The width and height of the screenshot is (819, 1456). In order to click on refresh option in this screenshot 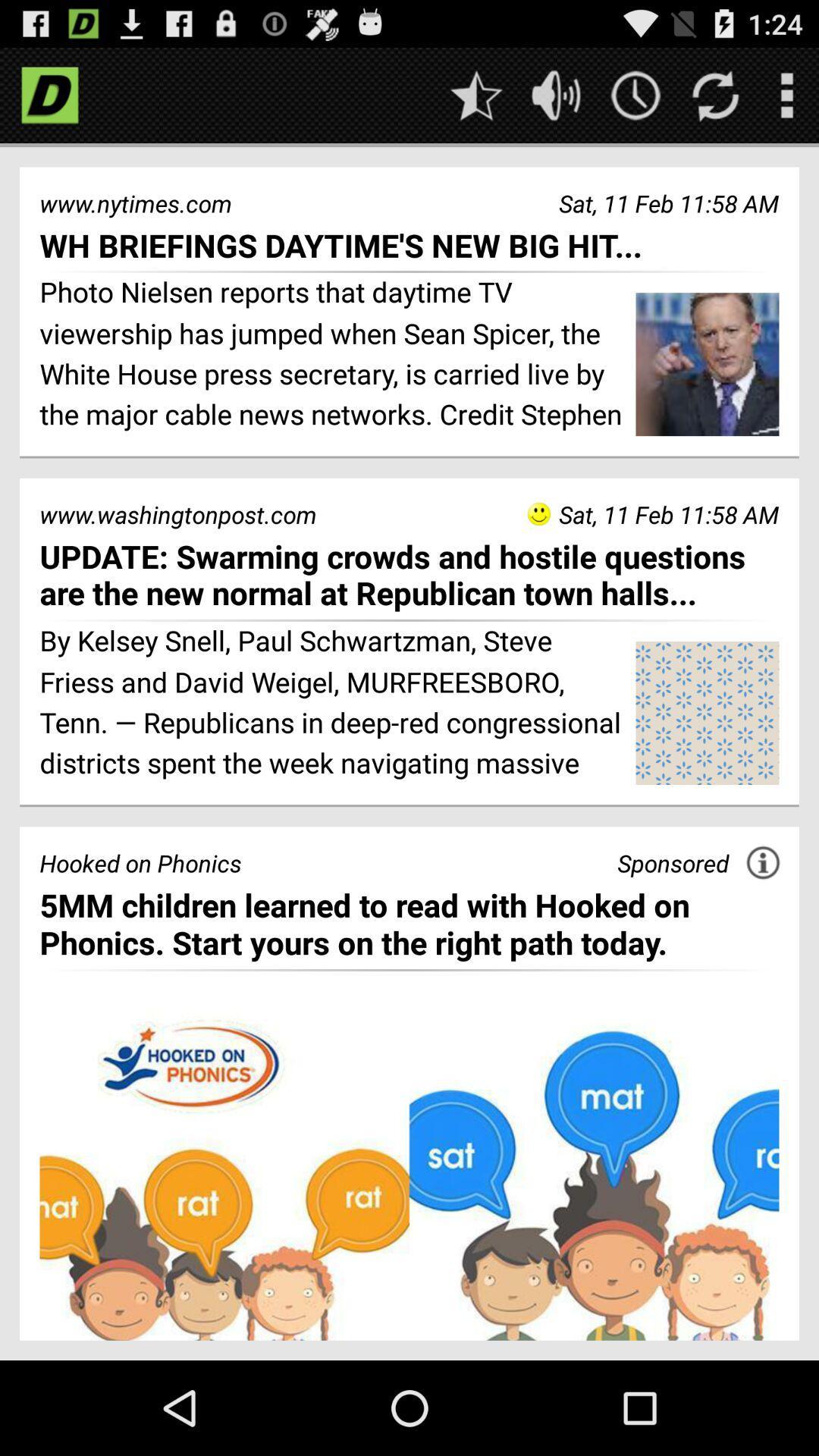, I will do `click(715, 94)`.